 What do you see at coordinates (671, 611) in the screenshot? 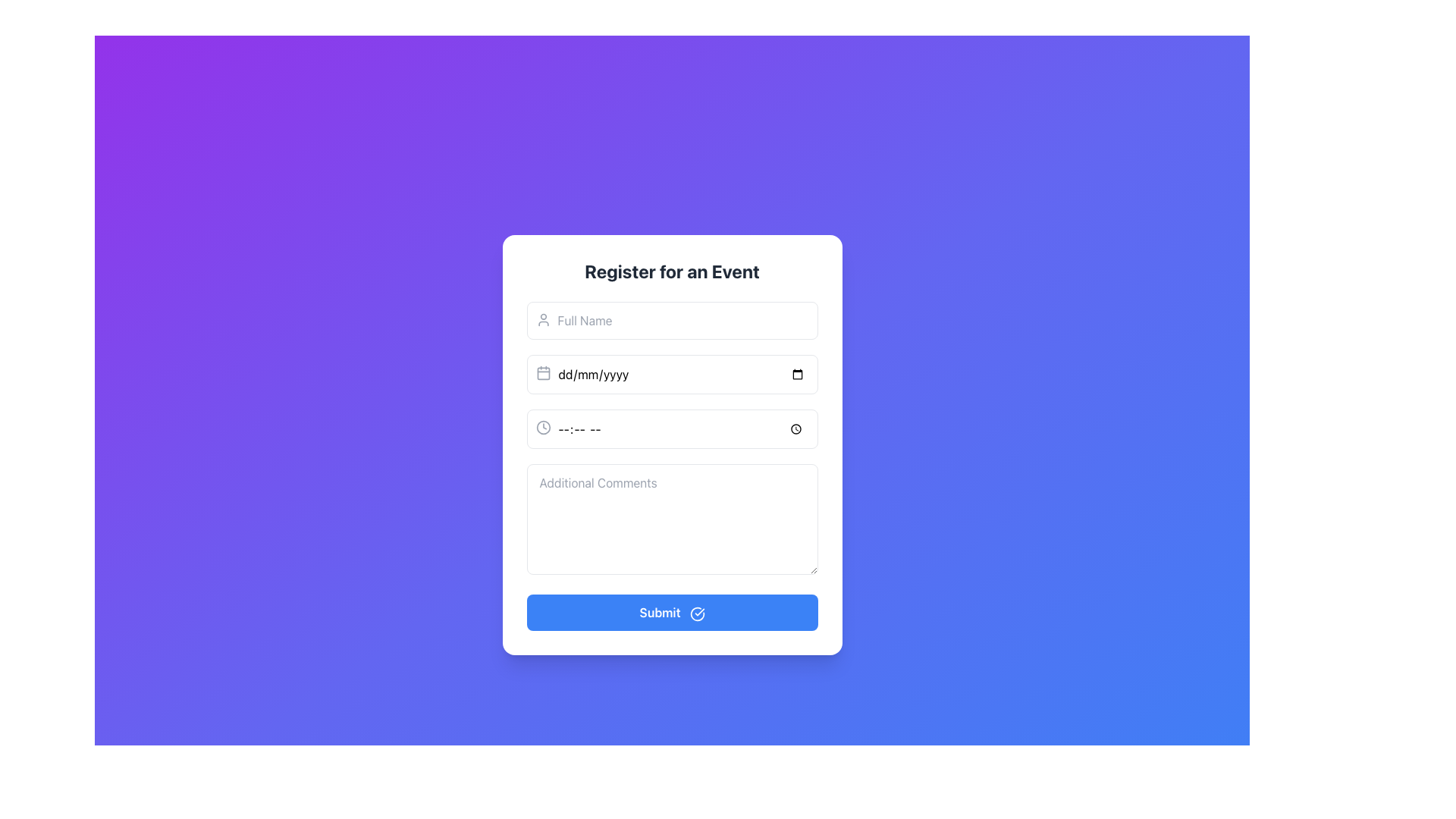
I see `the form submission button` at bounding box center [671, 611].